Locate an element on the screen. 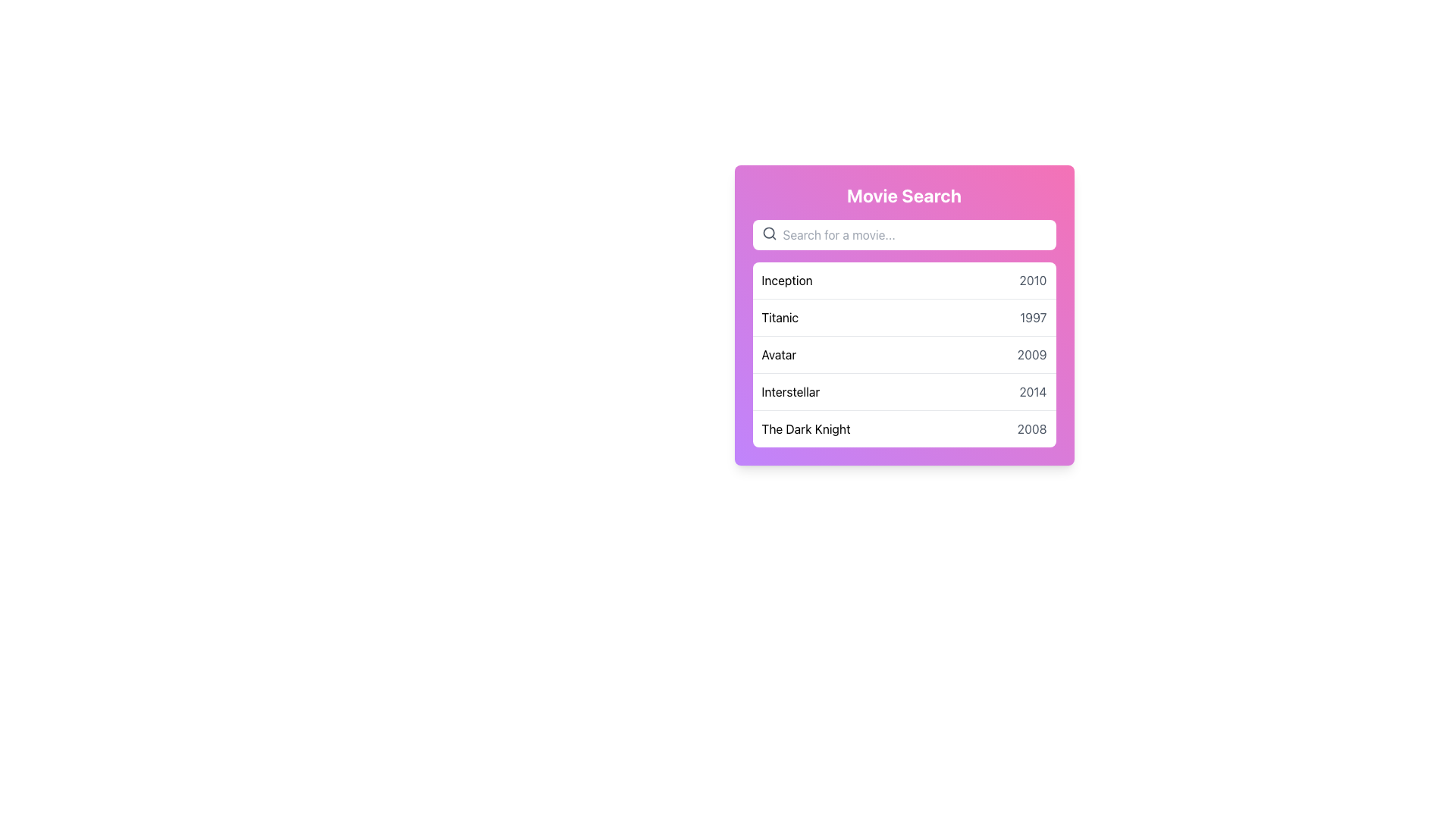 The image size is (1456, 819). the text label displaying the movie title 'Titanic' located in the second row of the search result list under the search bar is located at coordinates (780, 317).